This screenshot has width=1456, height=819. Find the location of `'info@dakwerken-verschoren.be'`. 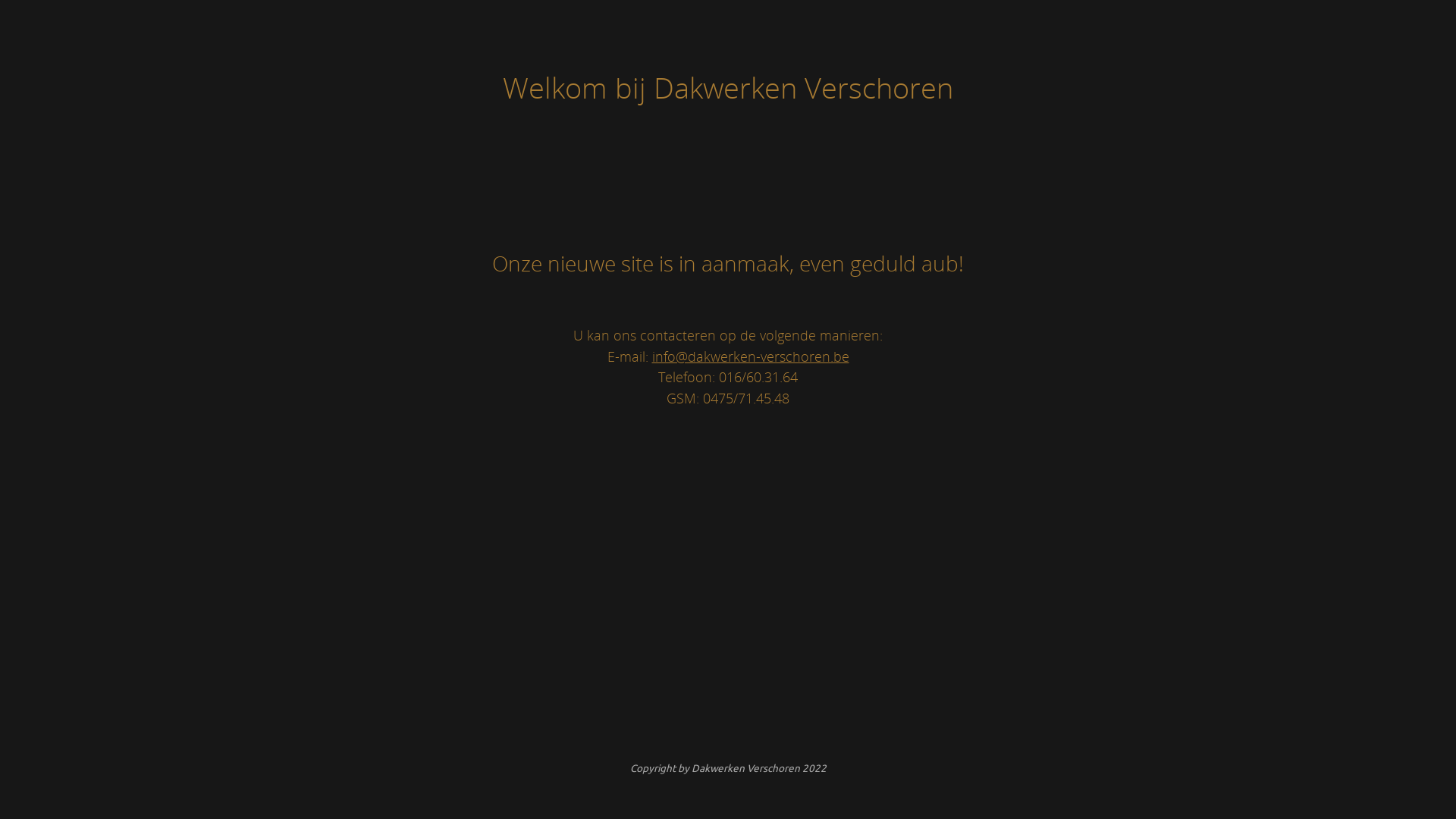

'info@dakwerken-verschoren.be' is located at coordinates (750, 356).